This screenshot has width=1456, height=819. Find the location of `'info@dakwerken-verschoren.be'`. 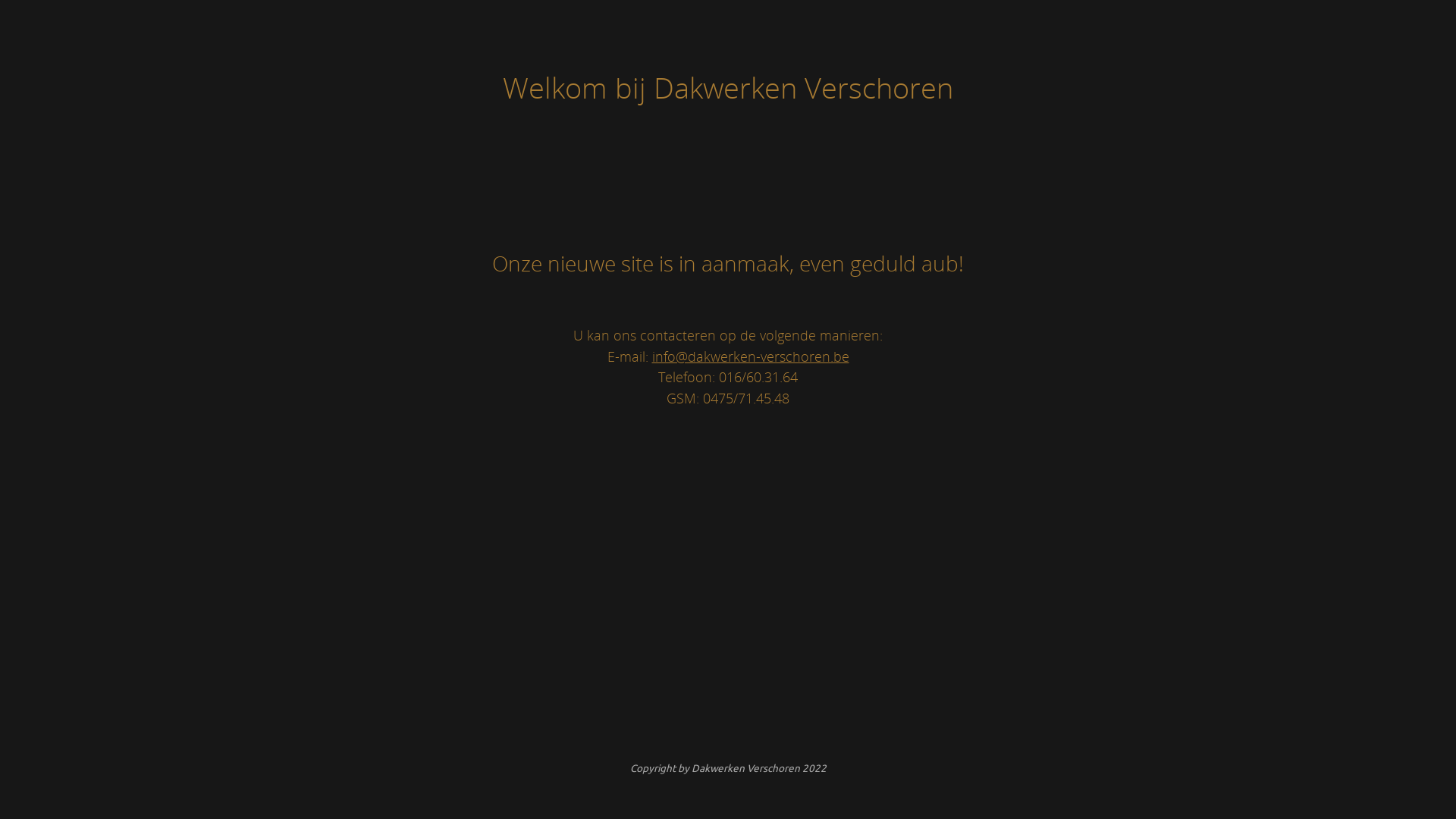

'info@dakwerken-verschoren.be' is located at coordinates (750, 356).